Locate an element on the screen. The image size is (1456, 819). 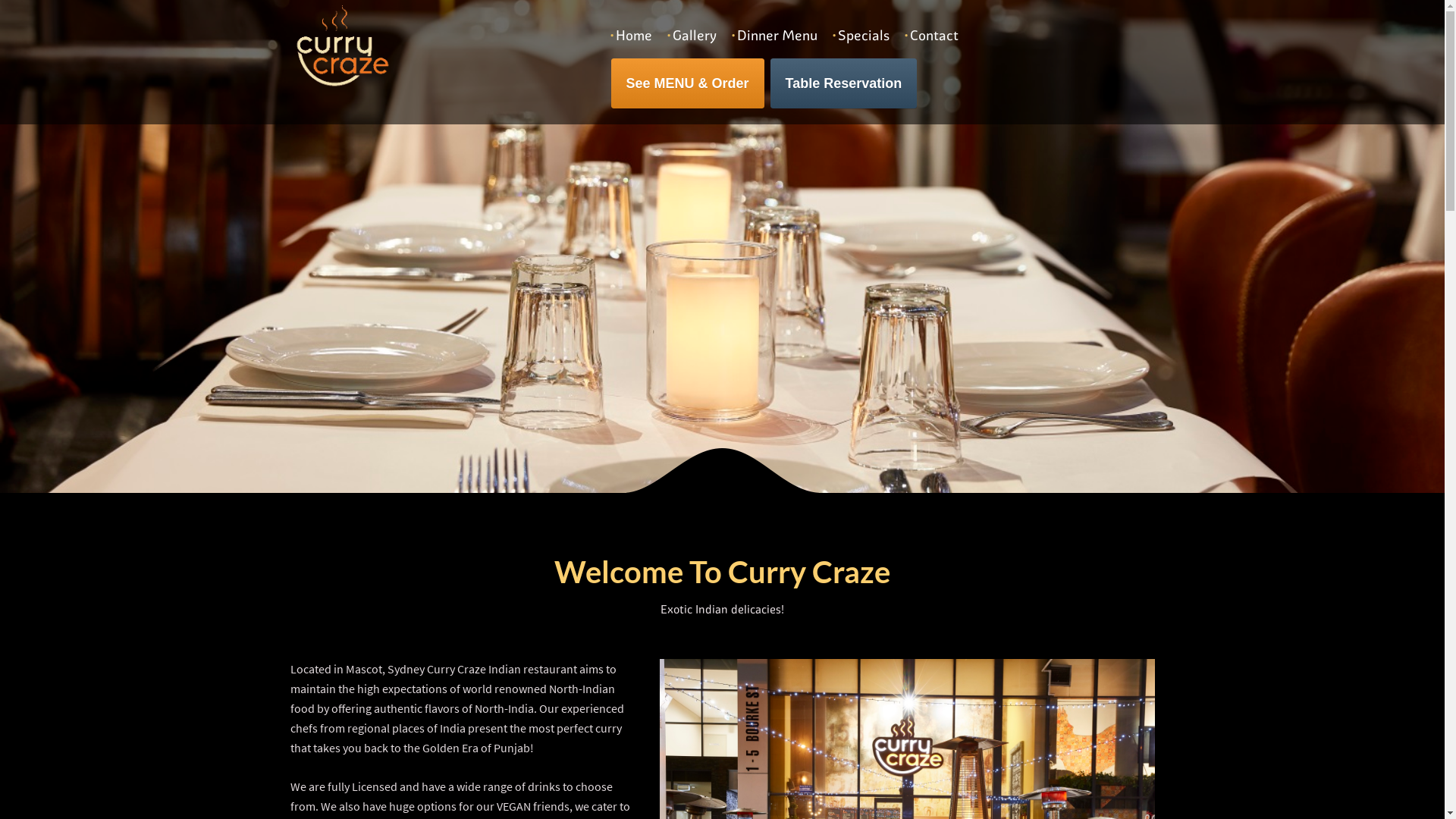
'Specials' is located at coordinates (859, 34).